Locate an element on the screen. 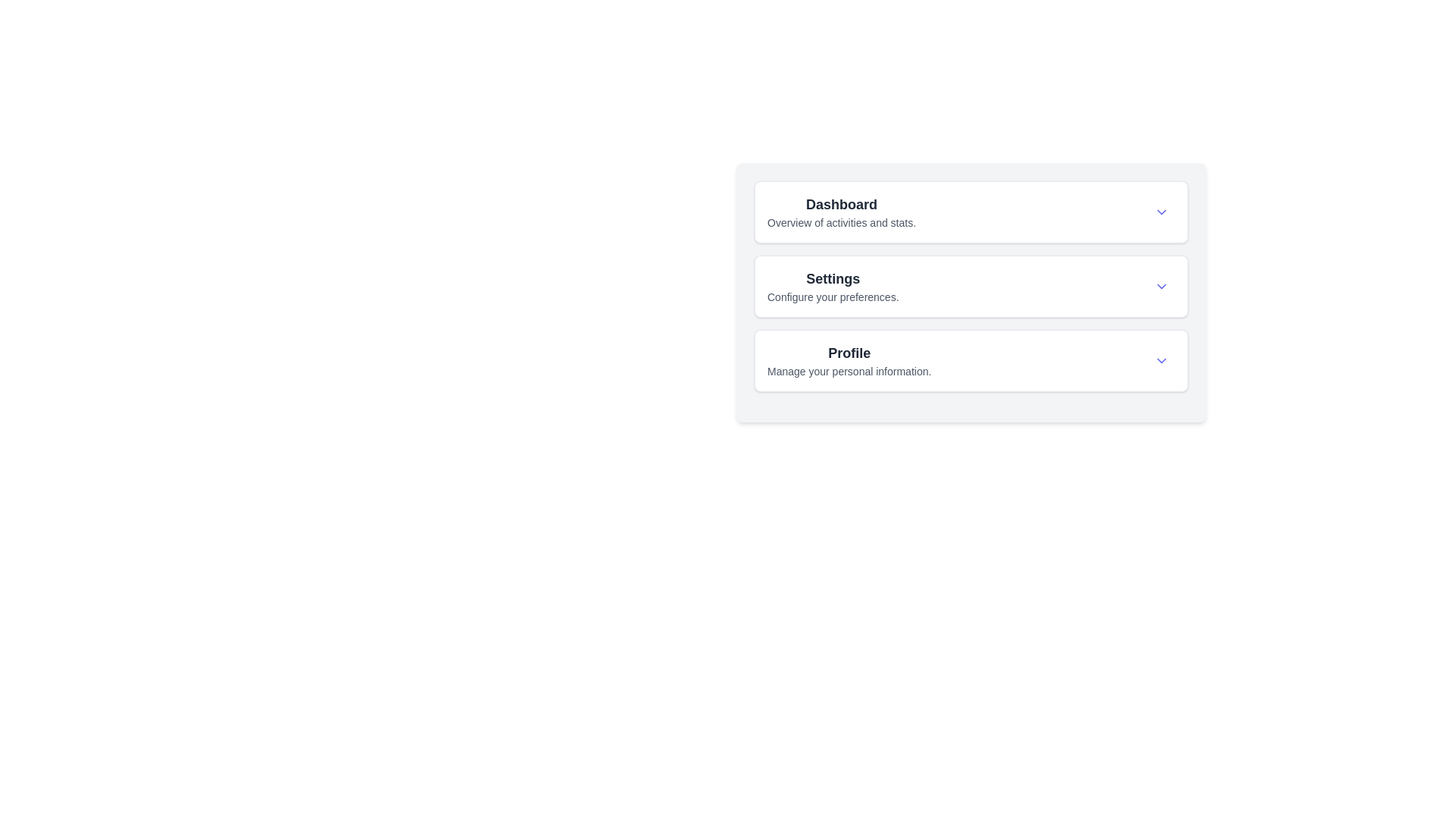 The width and height of the screenshot is (1456, 819). the text label that serves as the title for the 'Settings' section, which summarizes related content or functionality is located at coordinates (832, 278).